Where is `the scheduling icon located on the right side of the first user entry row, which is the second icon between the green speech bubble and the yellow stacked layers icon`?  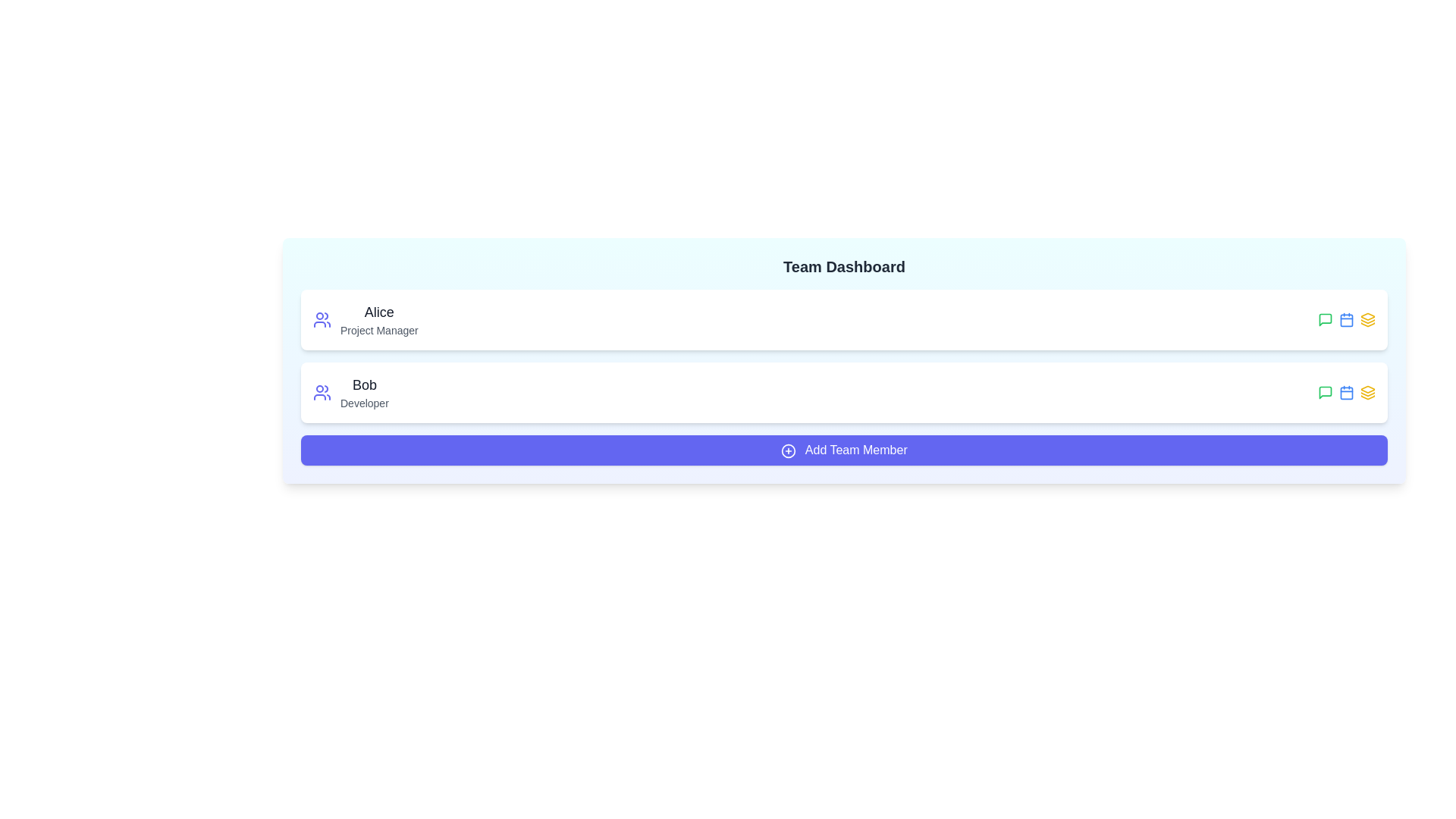
the scheduling icon located on the right side of the first user entry row, which is the second icon between the green speech bubble and the yellow stacked layers icon is located at coordinates (1347, 318).